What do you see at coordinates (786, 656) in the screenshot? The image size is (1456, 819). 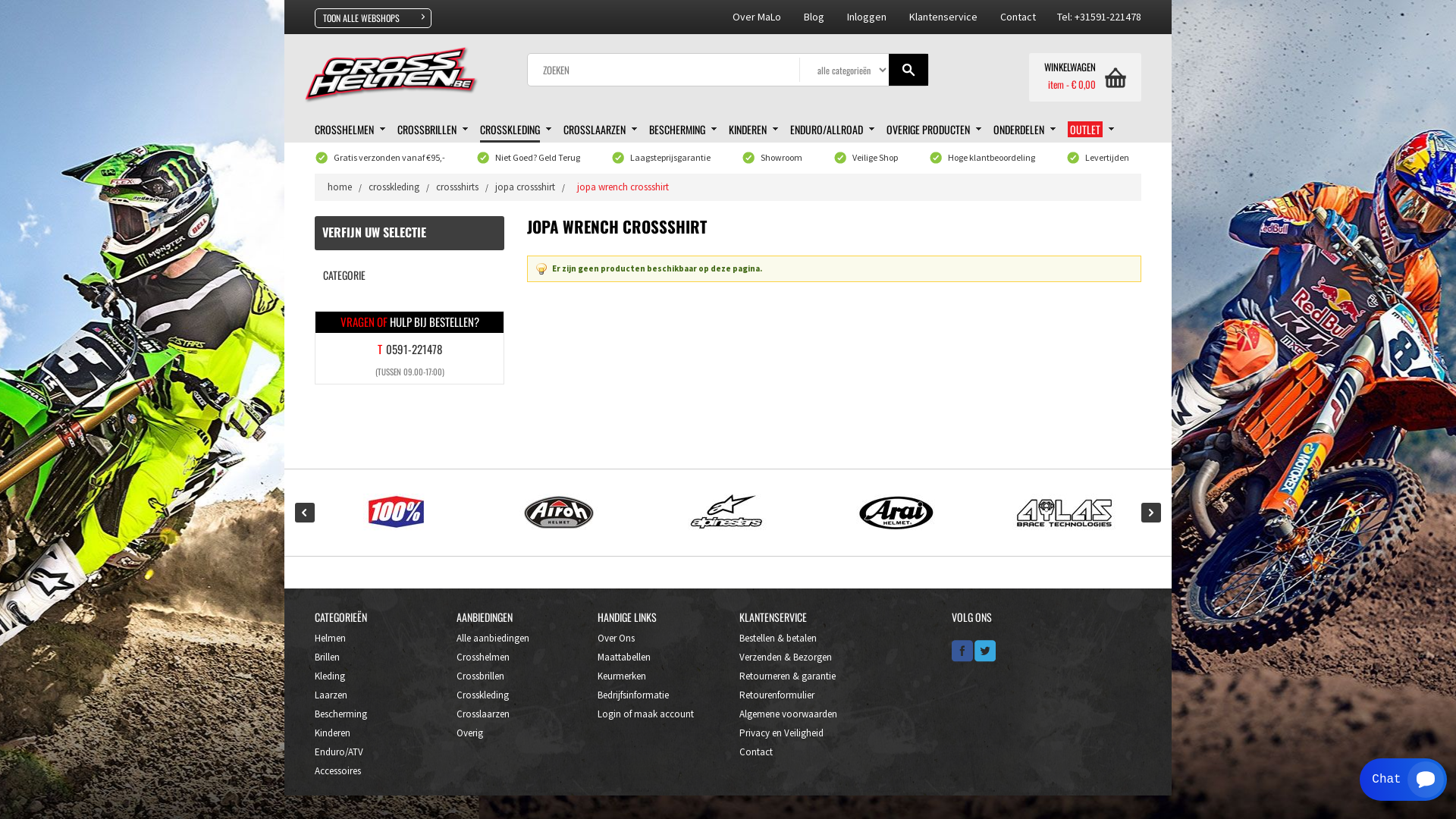 I see `'Verzenden & Bezorgen'` at bounding box center [786, 656].